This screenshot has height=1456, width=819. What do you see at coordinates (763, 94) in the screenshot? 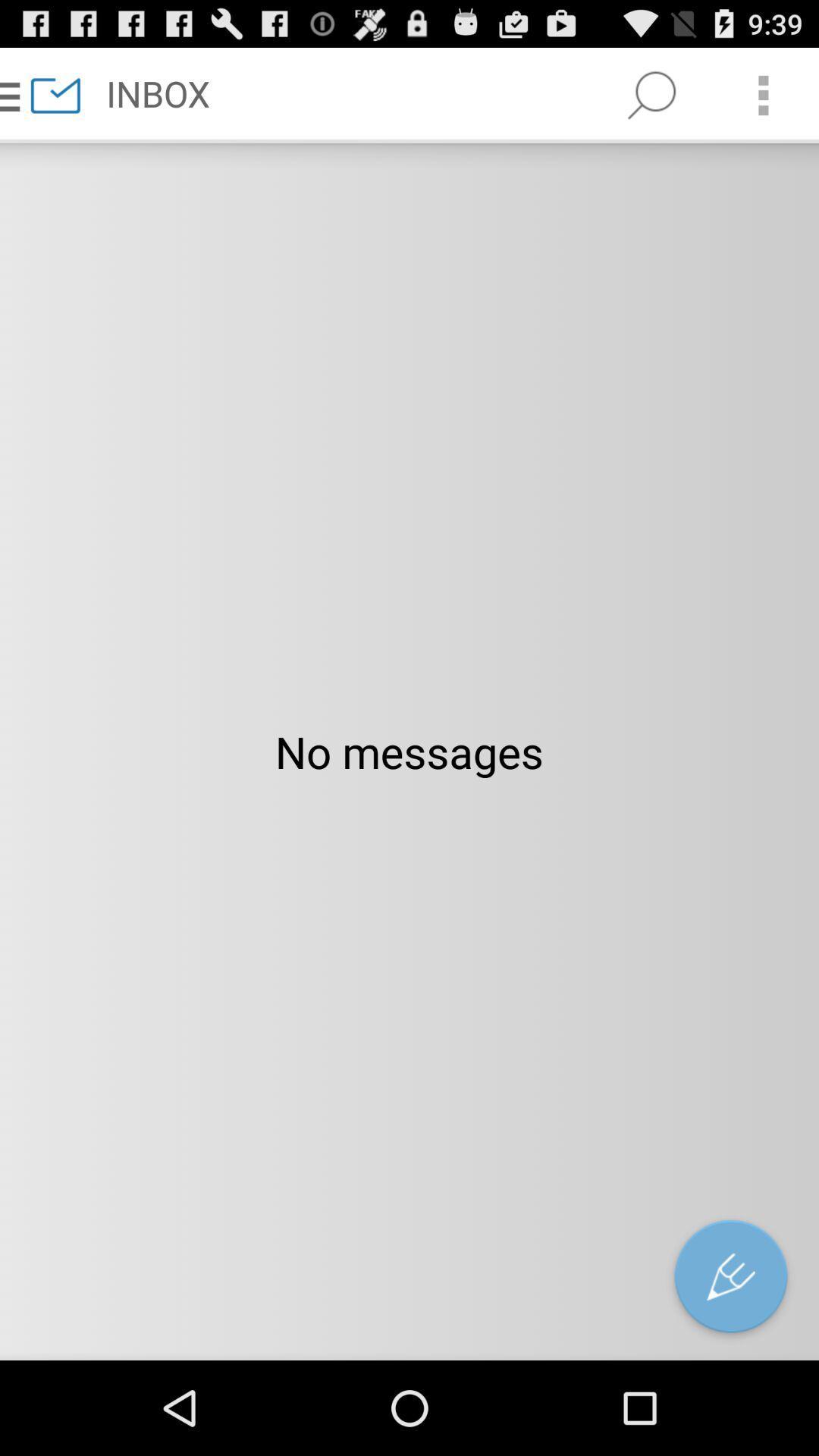
I see `app above no messages` at bounding box center [763, 94].